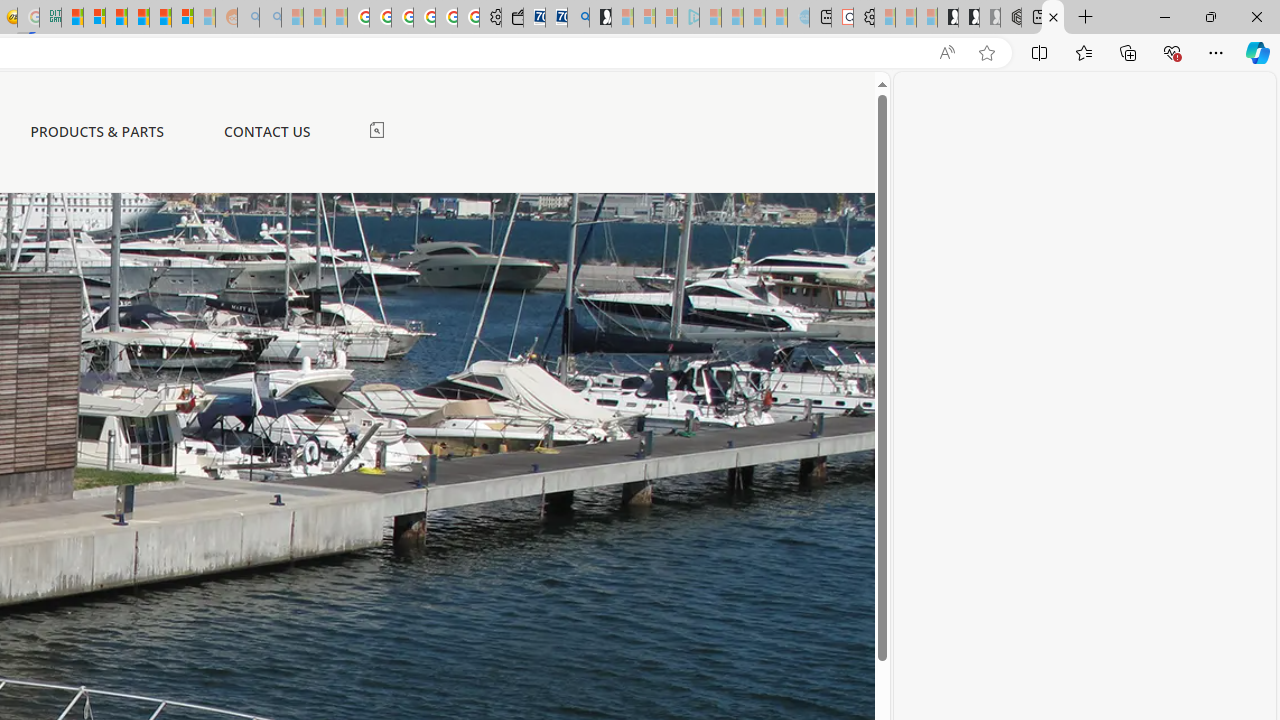  I want to click on 'PRODUCTS & PARTS', so click(96, 132).